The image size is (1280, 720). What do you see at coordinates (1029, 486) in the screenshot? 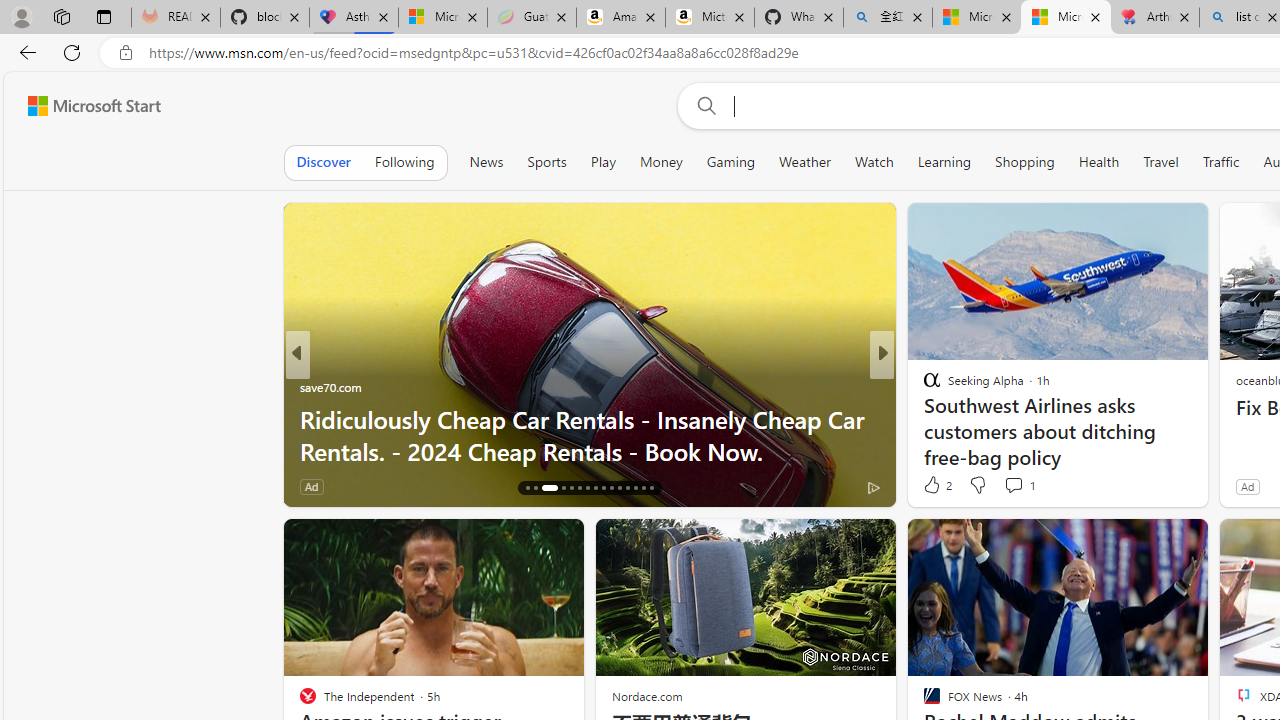
I see `'View comments 20 Comment'` at bounding box center [1029, 486].